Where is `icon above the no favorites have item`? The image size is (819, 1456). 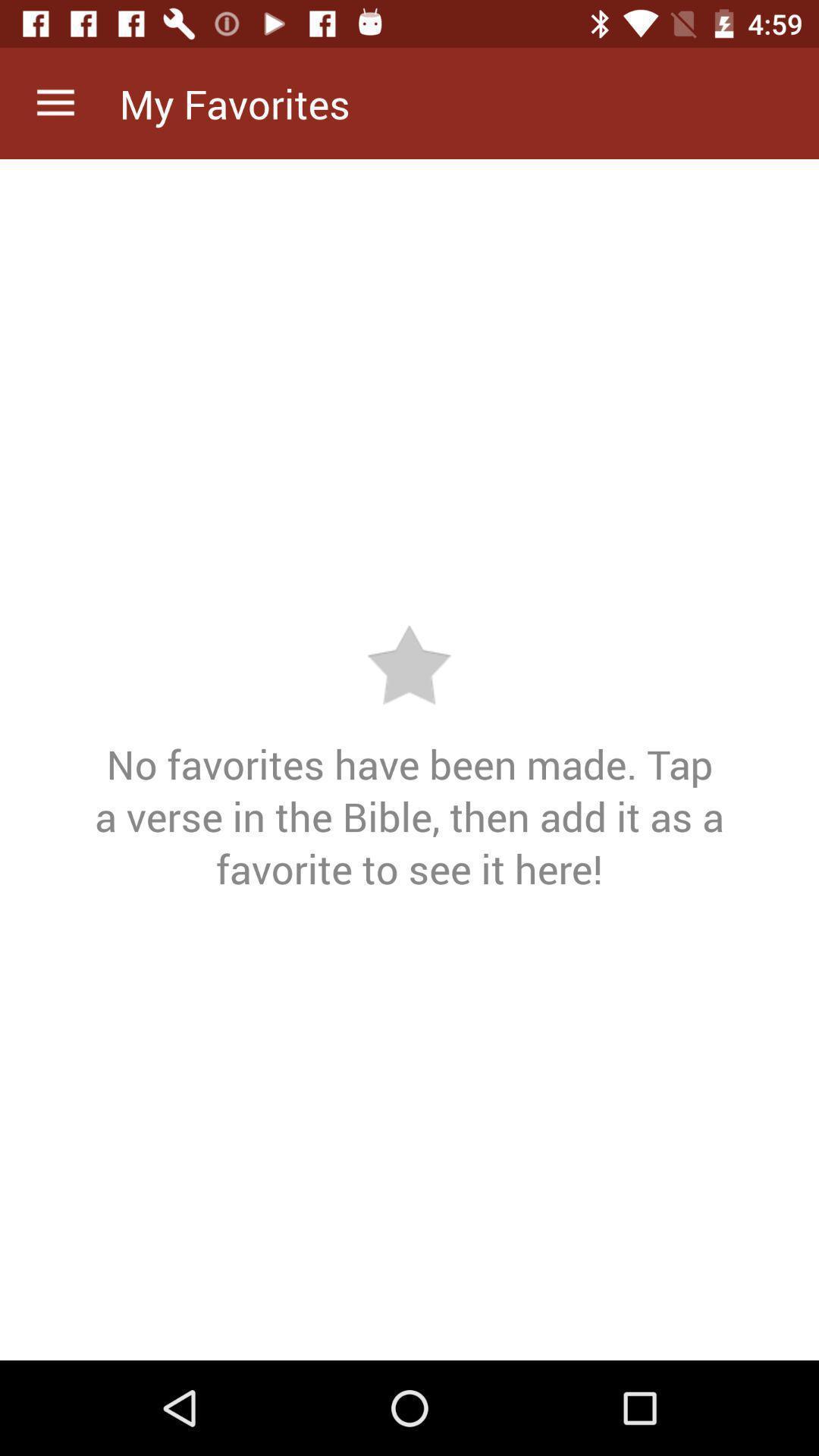 icon above the no favorites have item is located at coordinates (55, 102).